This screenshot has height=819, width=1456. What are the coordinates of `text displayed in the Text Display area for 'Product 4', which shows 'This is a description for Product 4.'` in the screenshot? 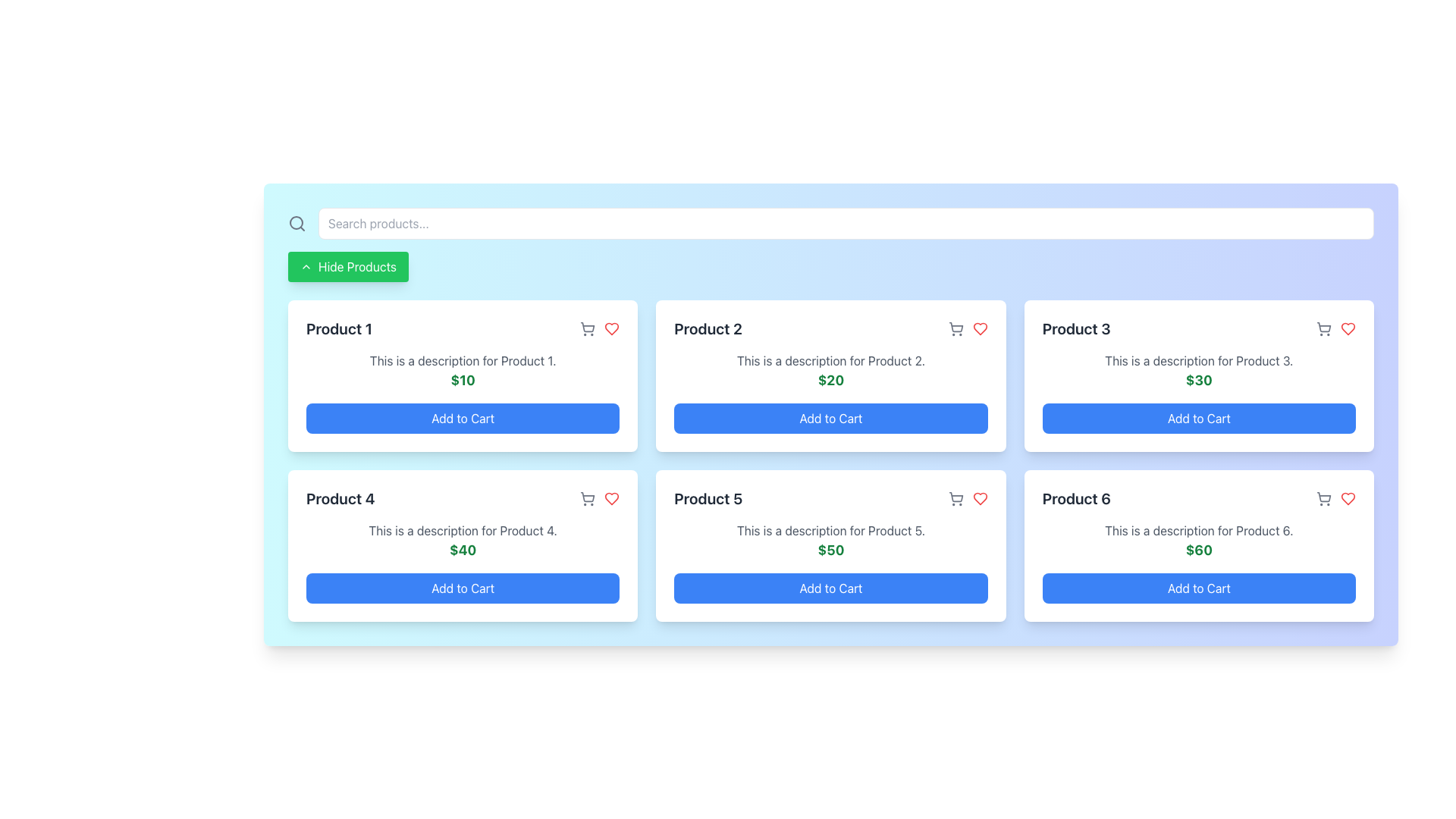 It's located at (462, 529).